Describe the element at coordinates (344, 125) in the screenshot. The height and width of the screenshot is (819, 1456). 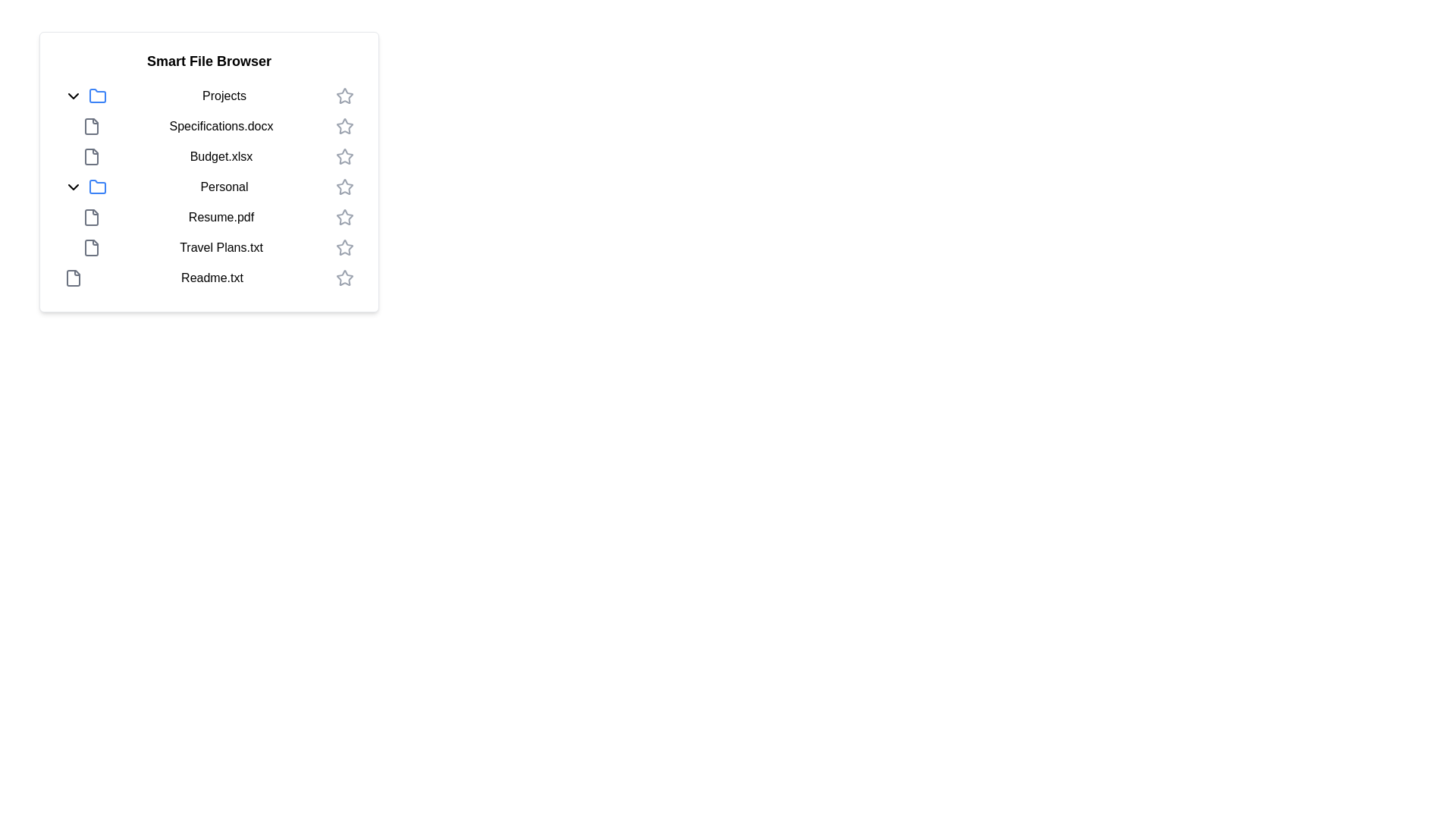
I see `the second star icon in the vertical column to the right of 'Specifications.docx'` at that location.